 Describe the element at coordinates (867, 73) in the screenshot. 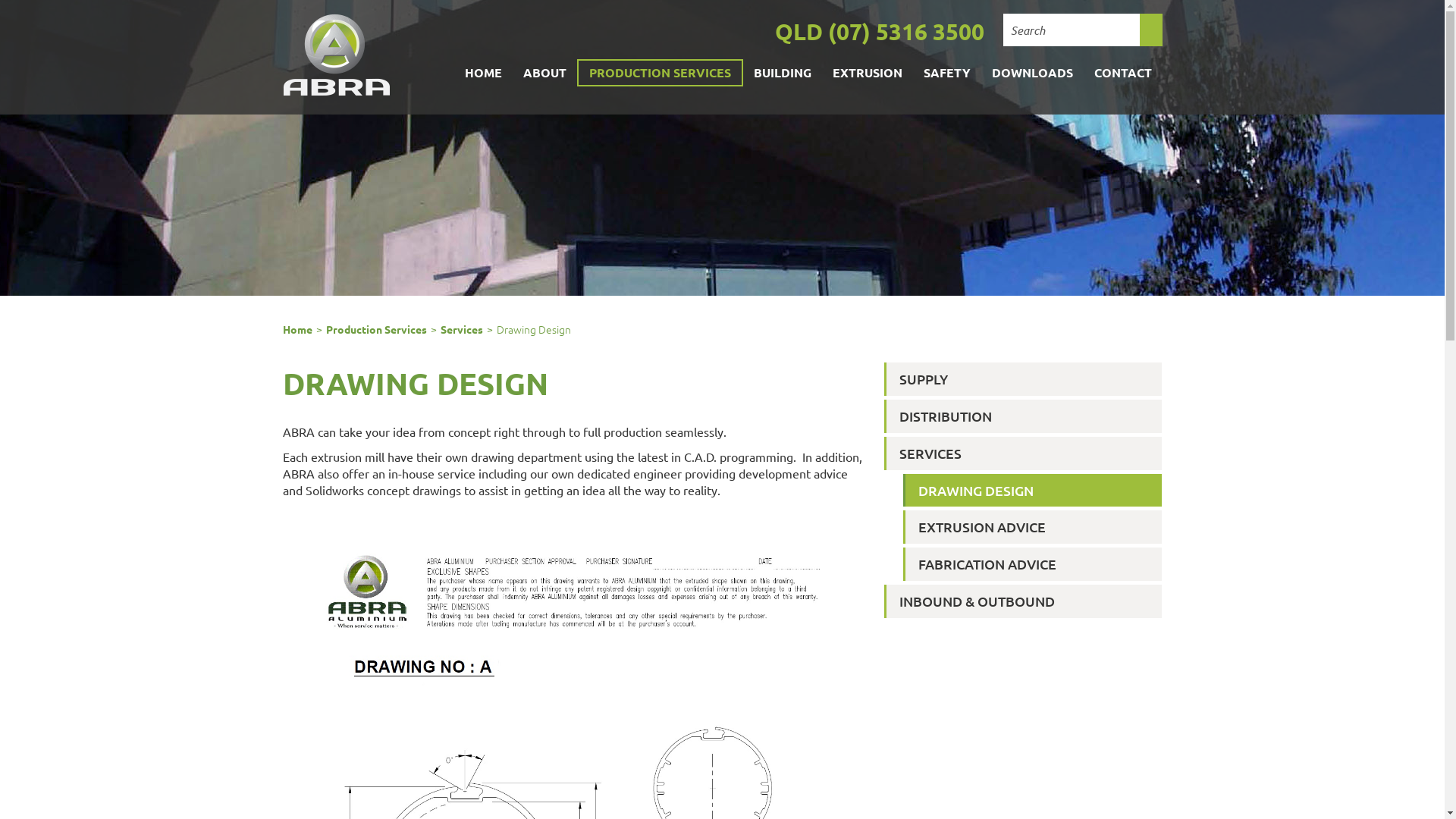

I see `'EXTRUSION'` at that location.